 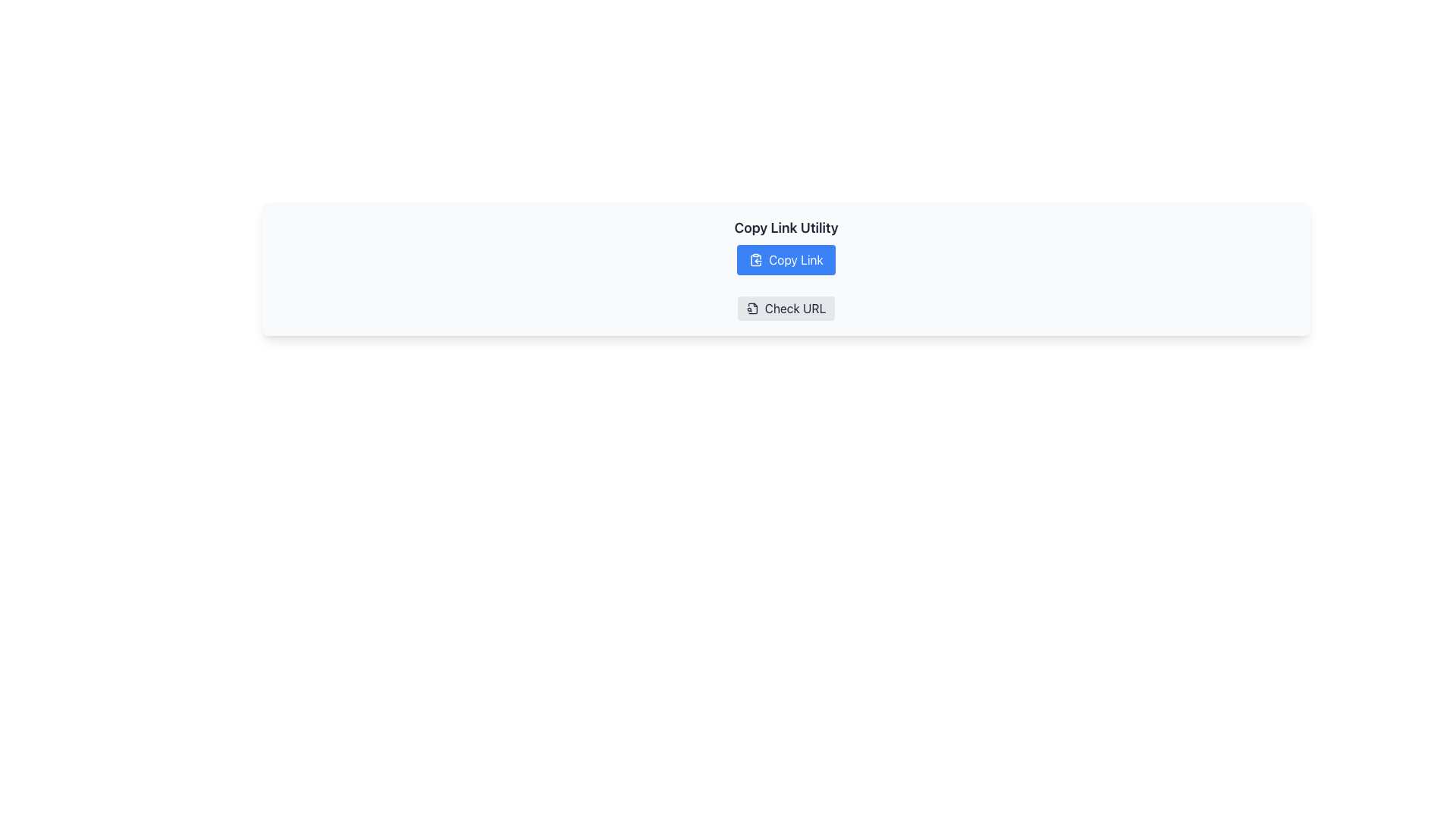 I want to click on the button labeled 'Check URL' that contains a file search icon represented by a document outline with a magnifying glass, so click(x=752, y=308).